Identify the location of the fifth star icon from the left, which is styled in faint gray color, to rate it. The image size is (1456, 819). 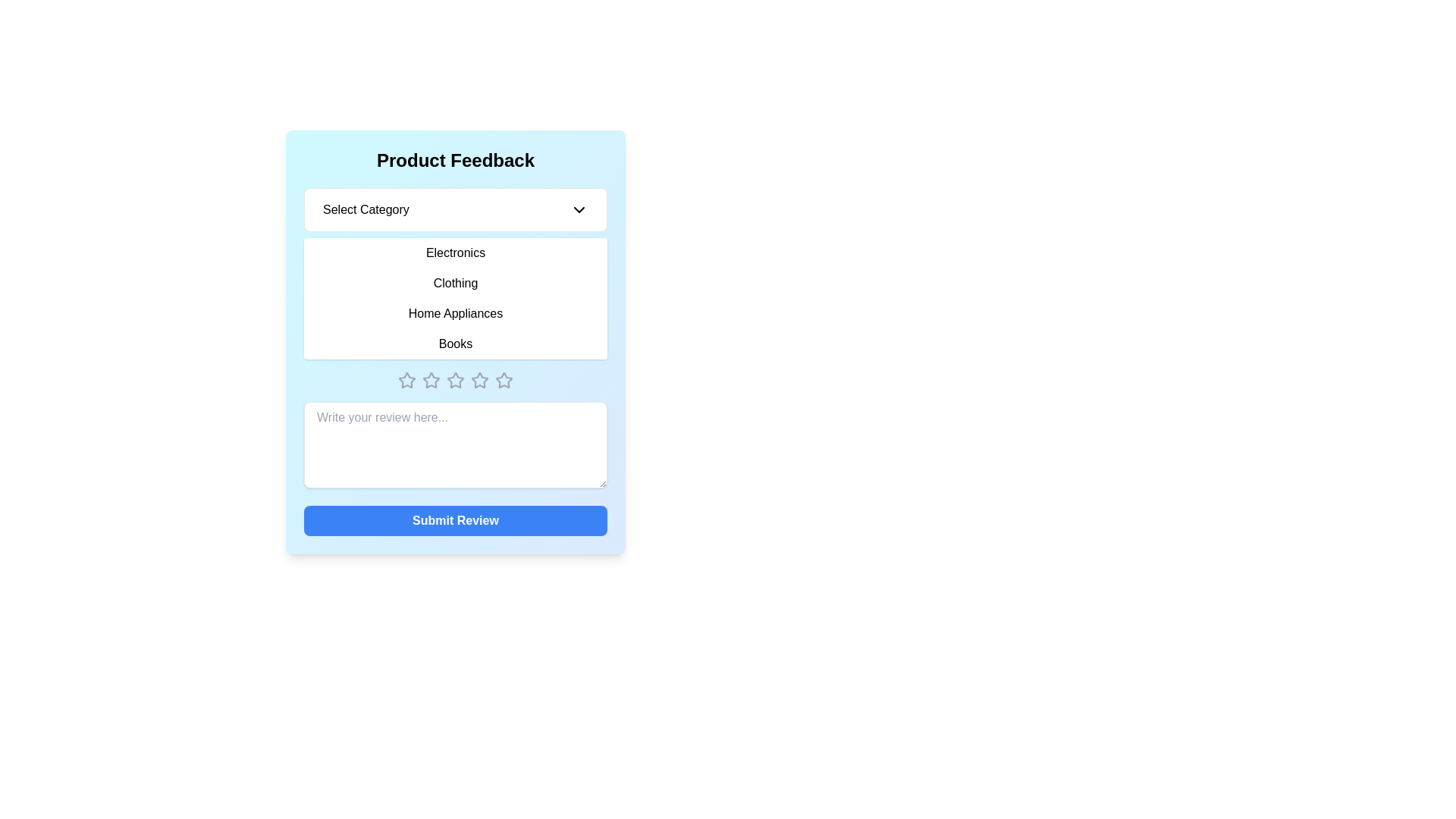
(504, 379).